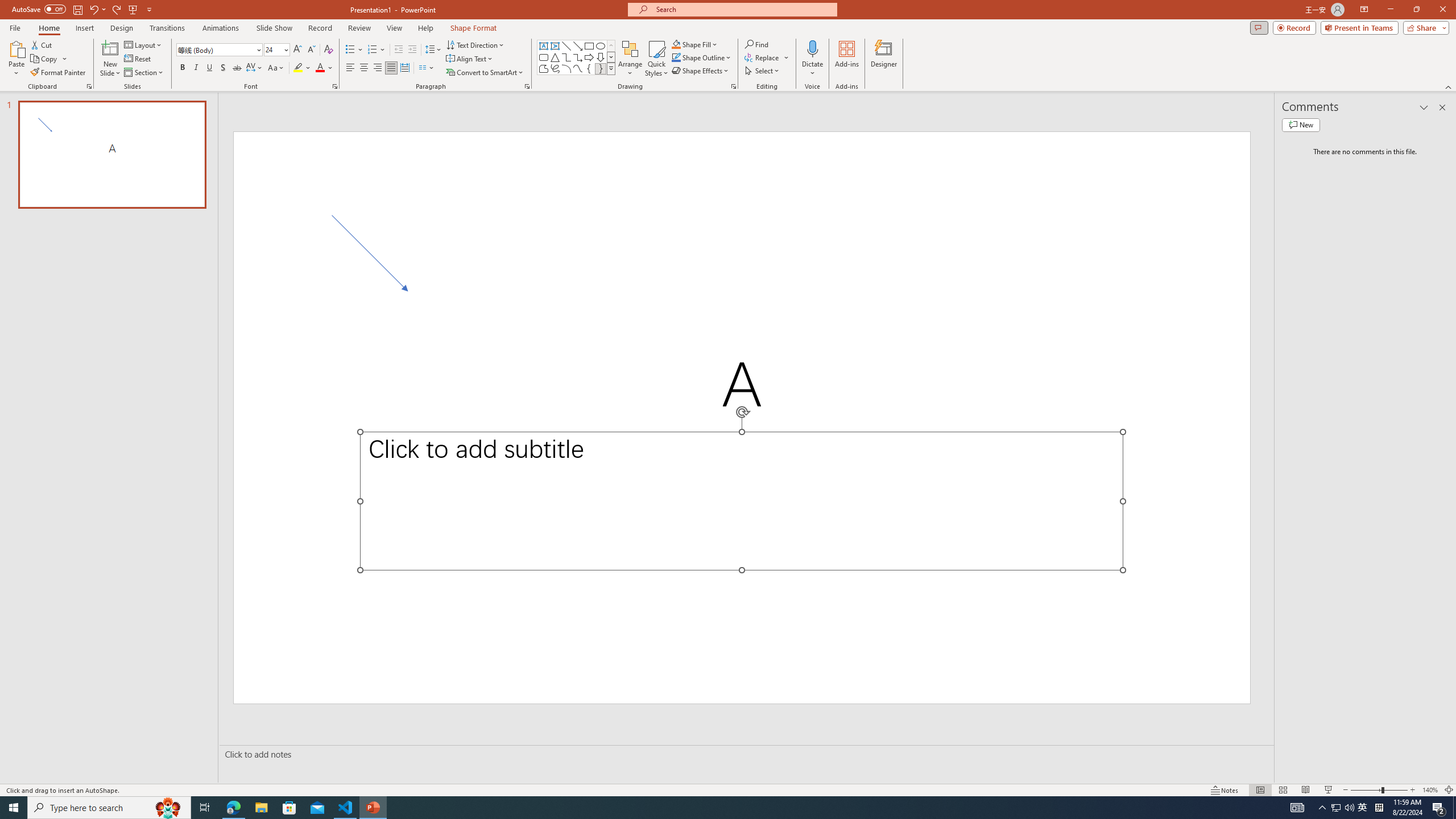  I want to click on 'Arc', so click(565, 68).